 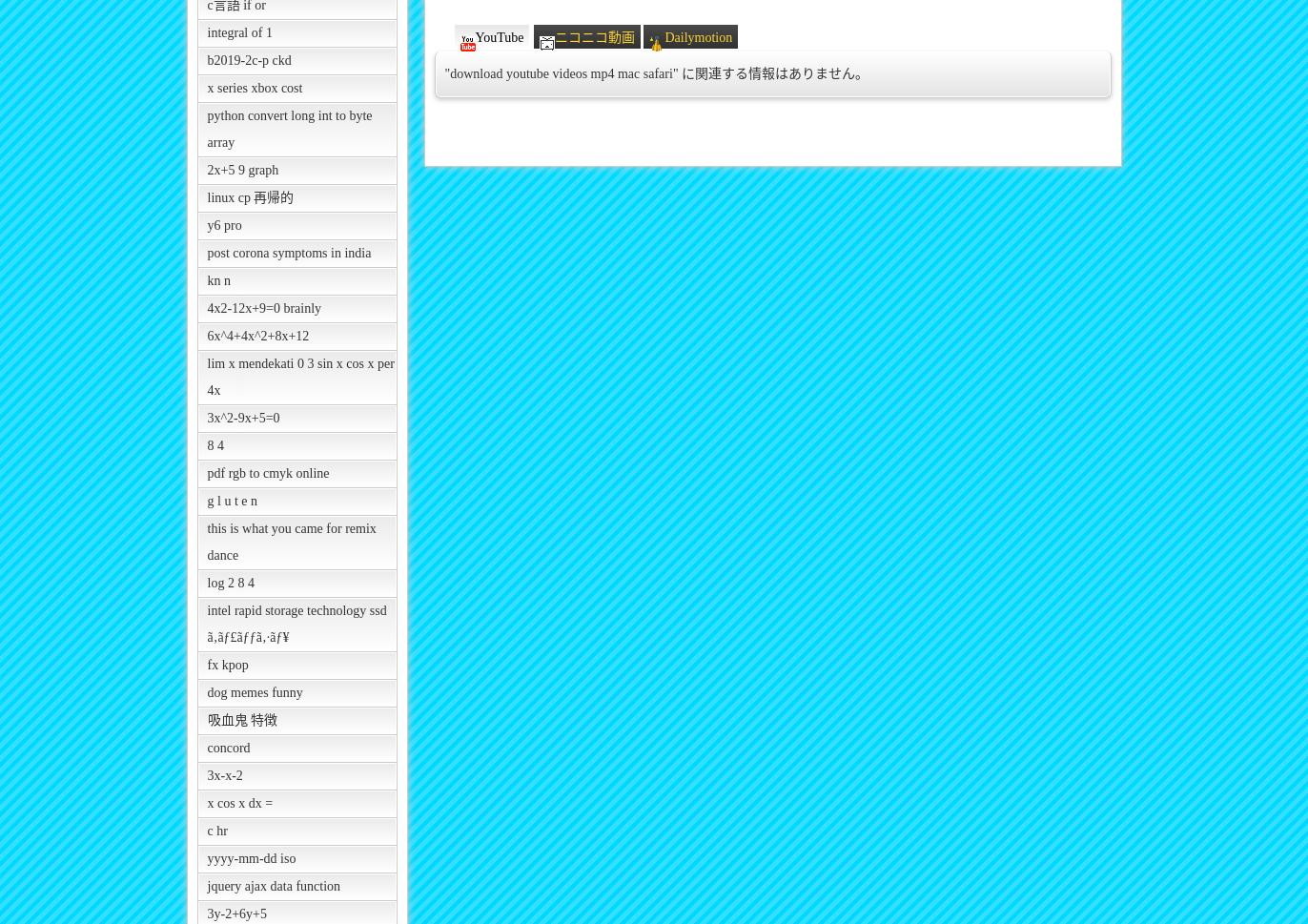 I want to click on 'x cos x dx =', so click(x=239, y=802).